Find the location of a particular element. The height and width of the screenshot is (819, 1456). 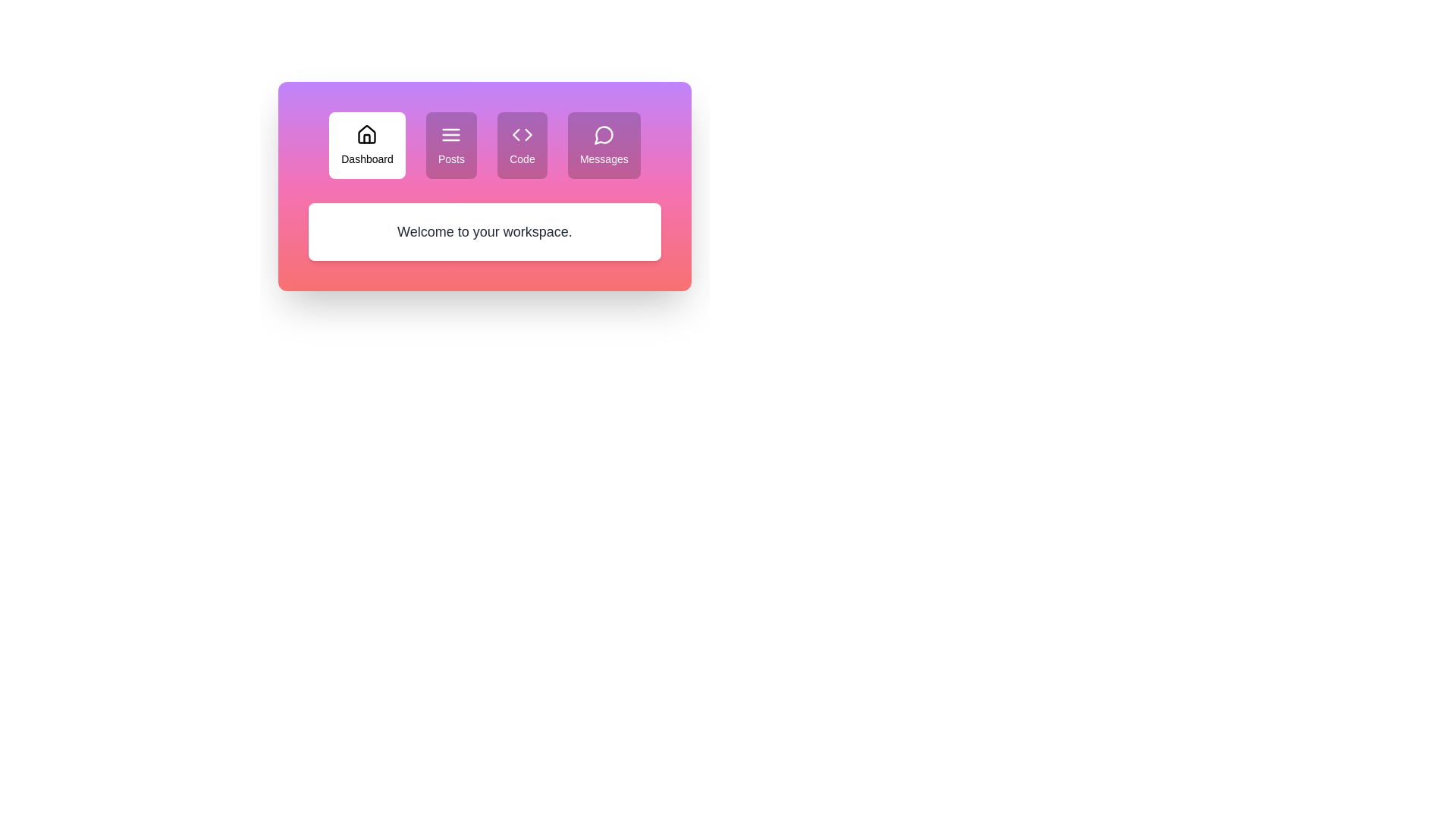

the tab labeled Code to navigate to its content is located at coordinates (522, 146).